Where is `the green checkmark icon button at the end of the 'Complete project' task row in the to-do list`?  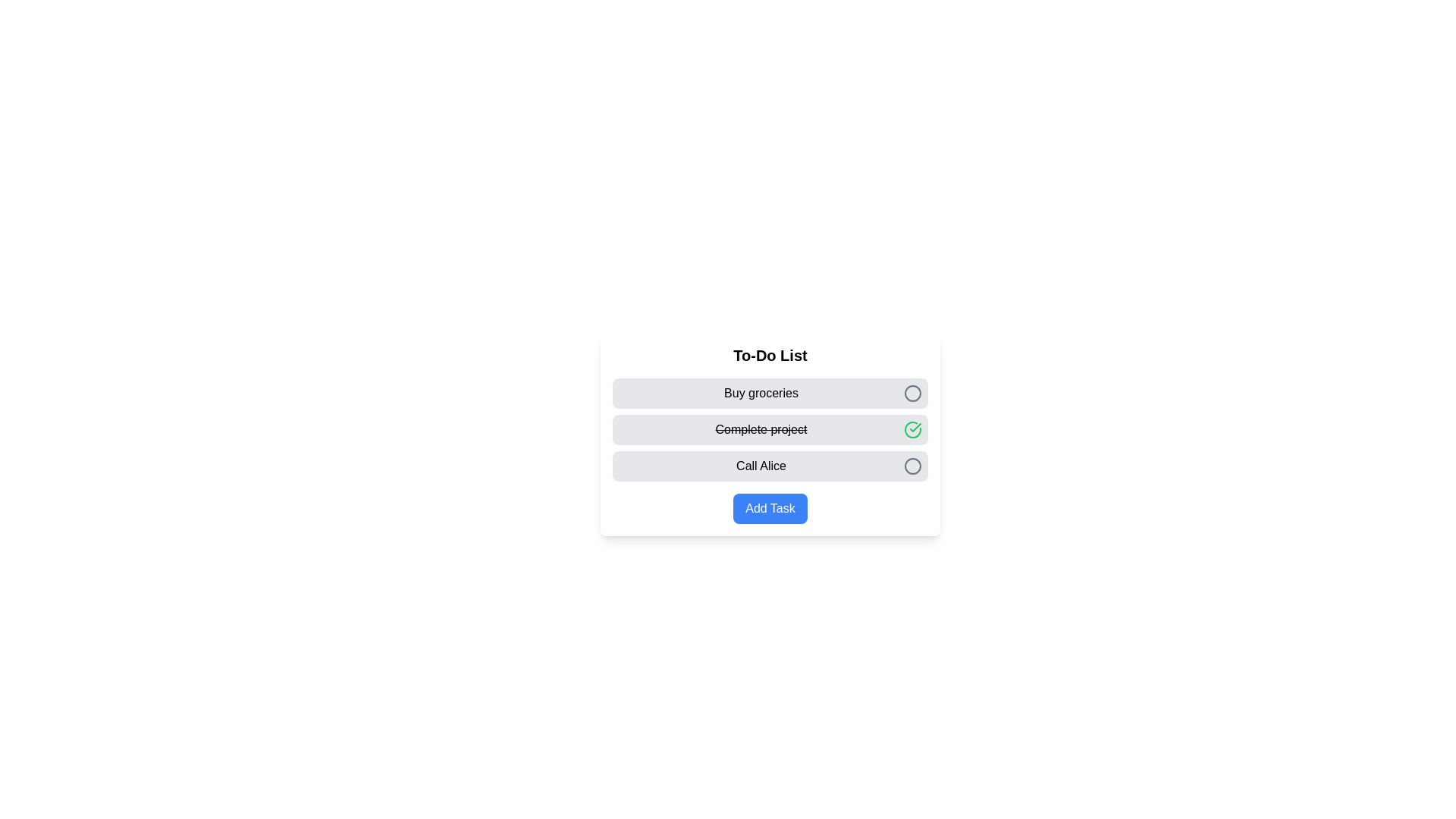 the green checkmark icon button at the end of the 'Complete project' task row in the to-do list is located at coordinates (912, 430).